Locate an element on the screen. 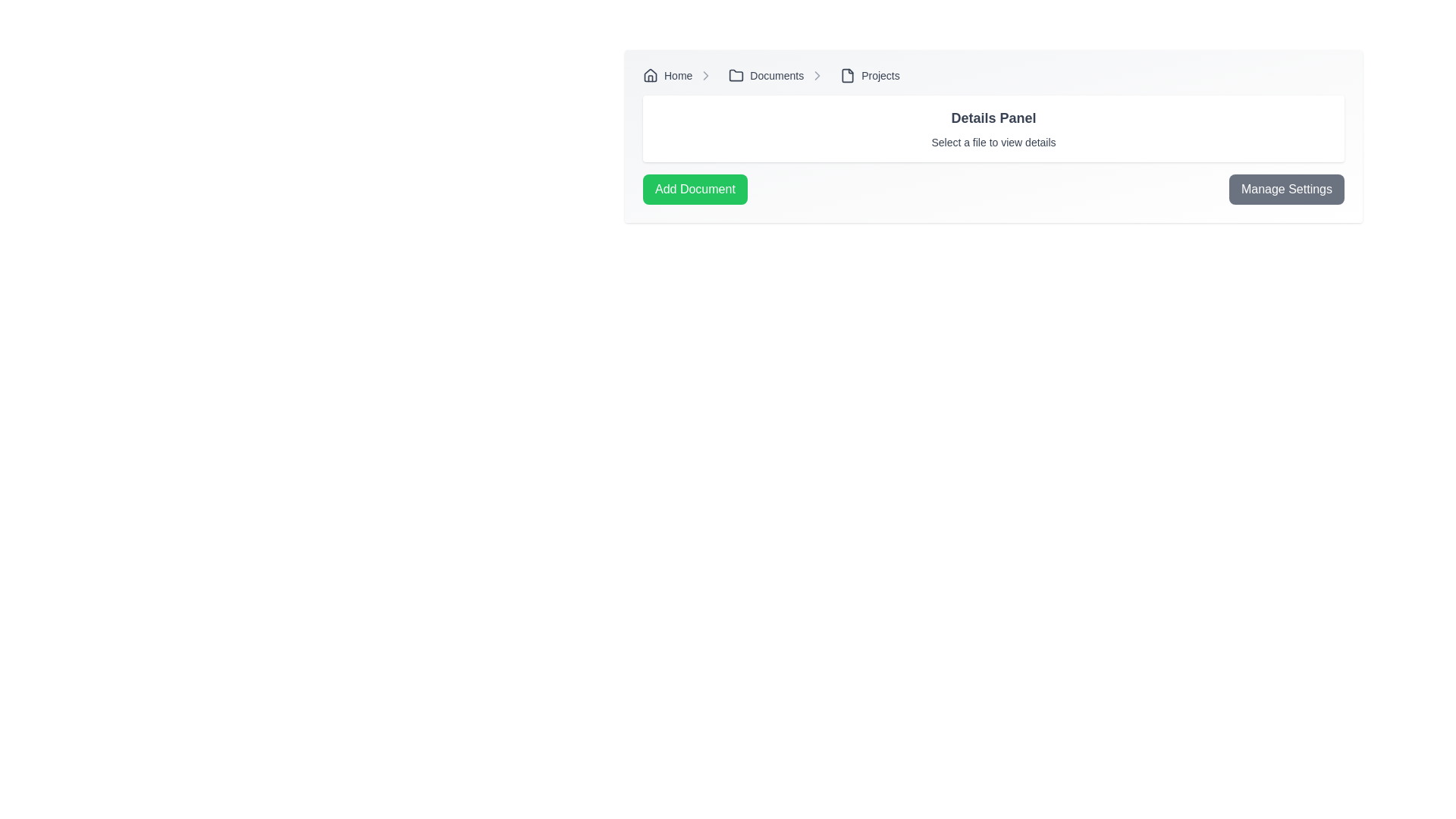 The image size is (1456, 819). the clickable navigation link in the breadcrumb trail is located at coordinates (780, 76).